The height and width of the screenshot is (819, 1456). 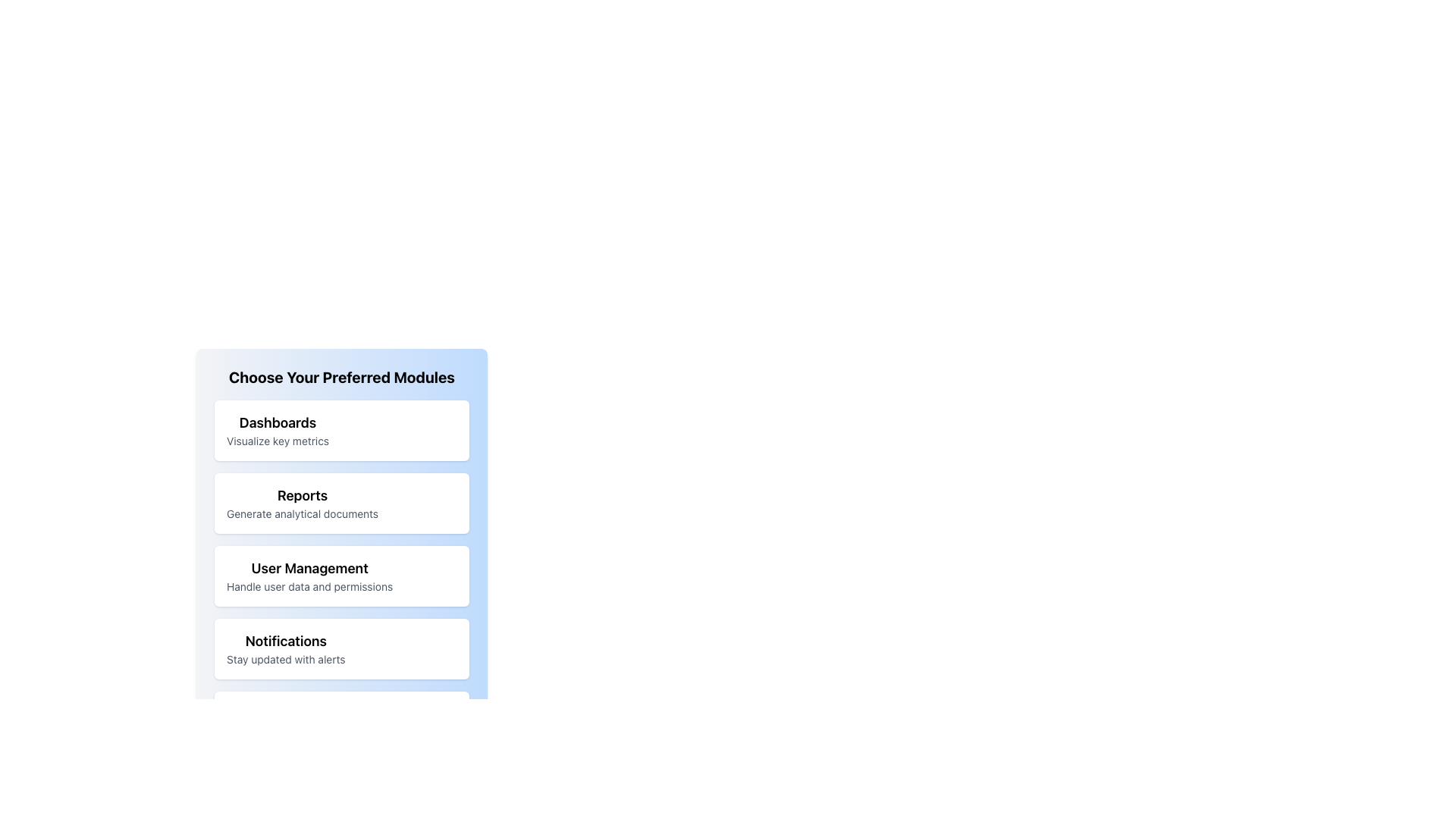 What do you see at coordinates (286, 659) in the screenshot?
I see `the descriptive Text Label located below the 'Notifications' section, which provides supplementary information about notifications` at bounding box center [286, 659].